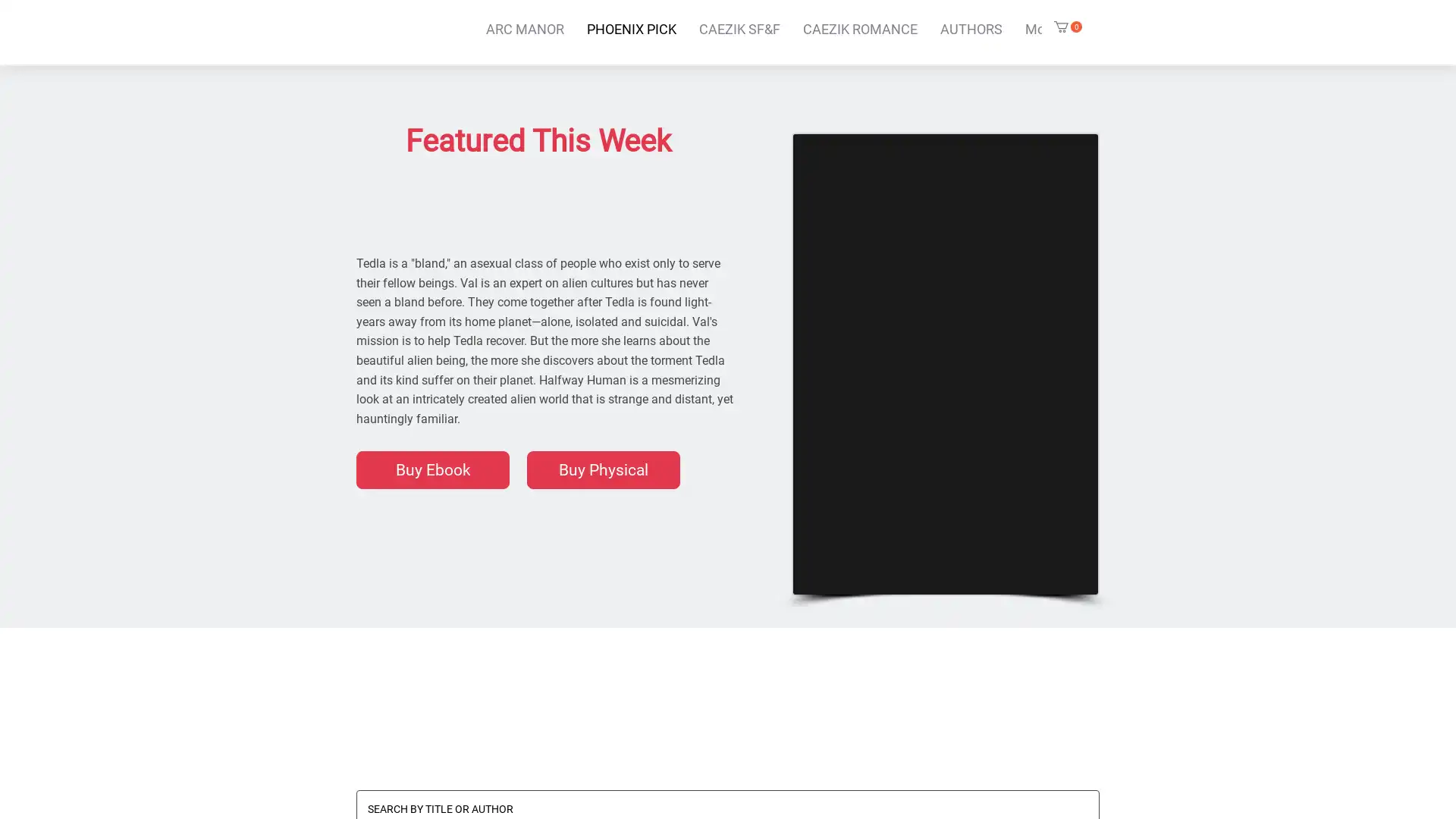 Image resolution: width=1456 pixels, height=819 pixels. I want to click on Cart with 0 items, so click(1067, 27).